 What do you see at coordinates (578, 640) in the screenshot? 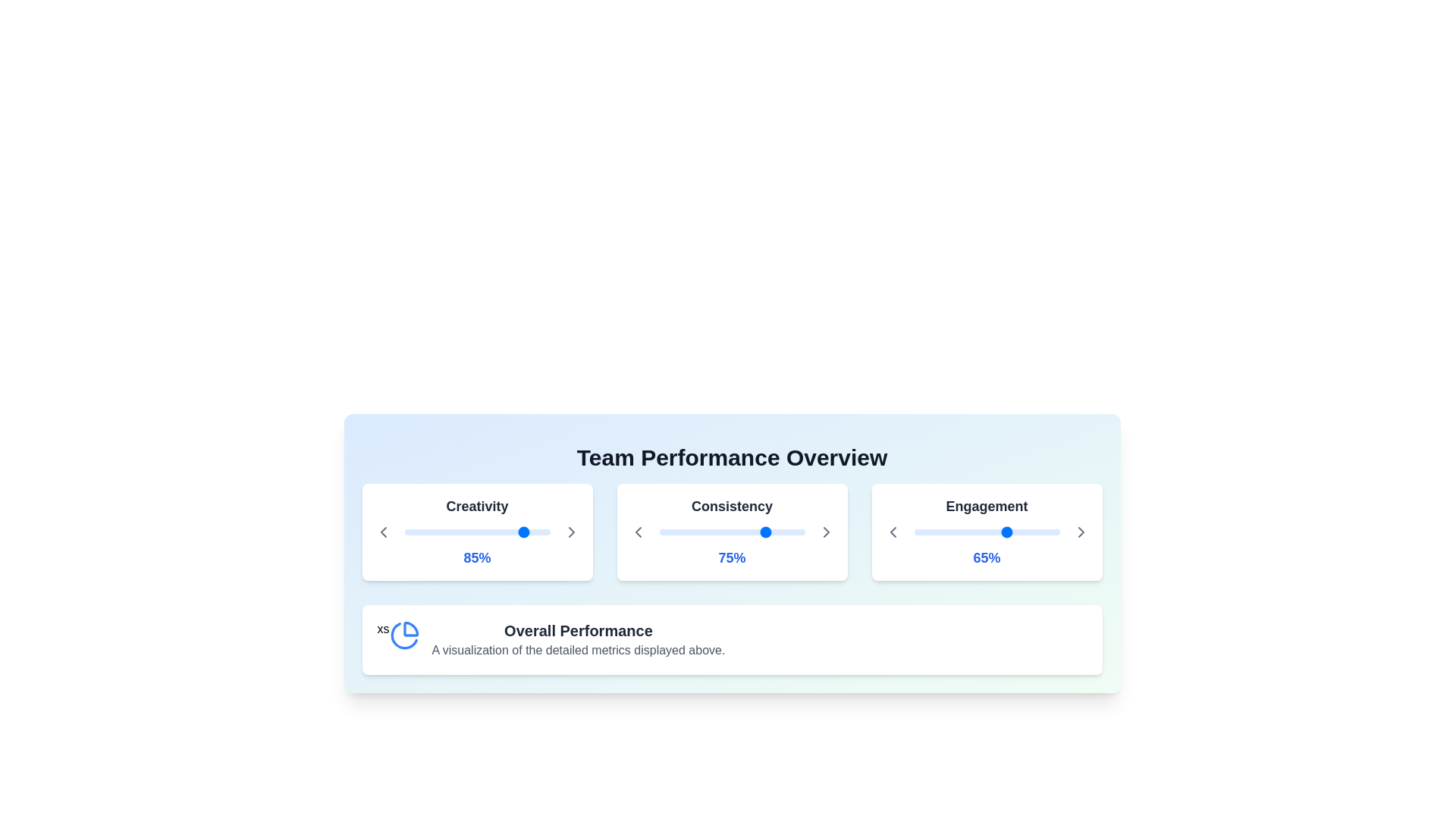
I see `text block containing the heading and subtitle for the 'Overall Performance' visualization, located below the 'Team Performance Overview' section and to the right of the circular icon labeled 'xs'` at bounding box center [578, 640].